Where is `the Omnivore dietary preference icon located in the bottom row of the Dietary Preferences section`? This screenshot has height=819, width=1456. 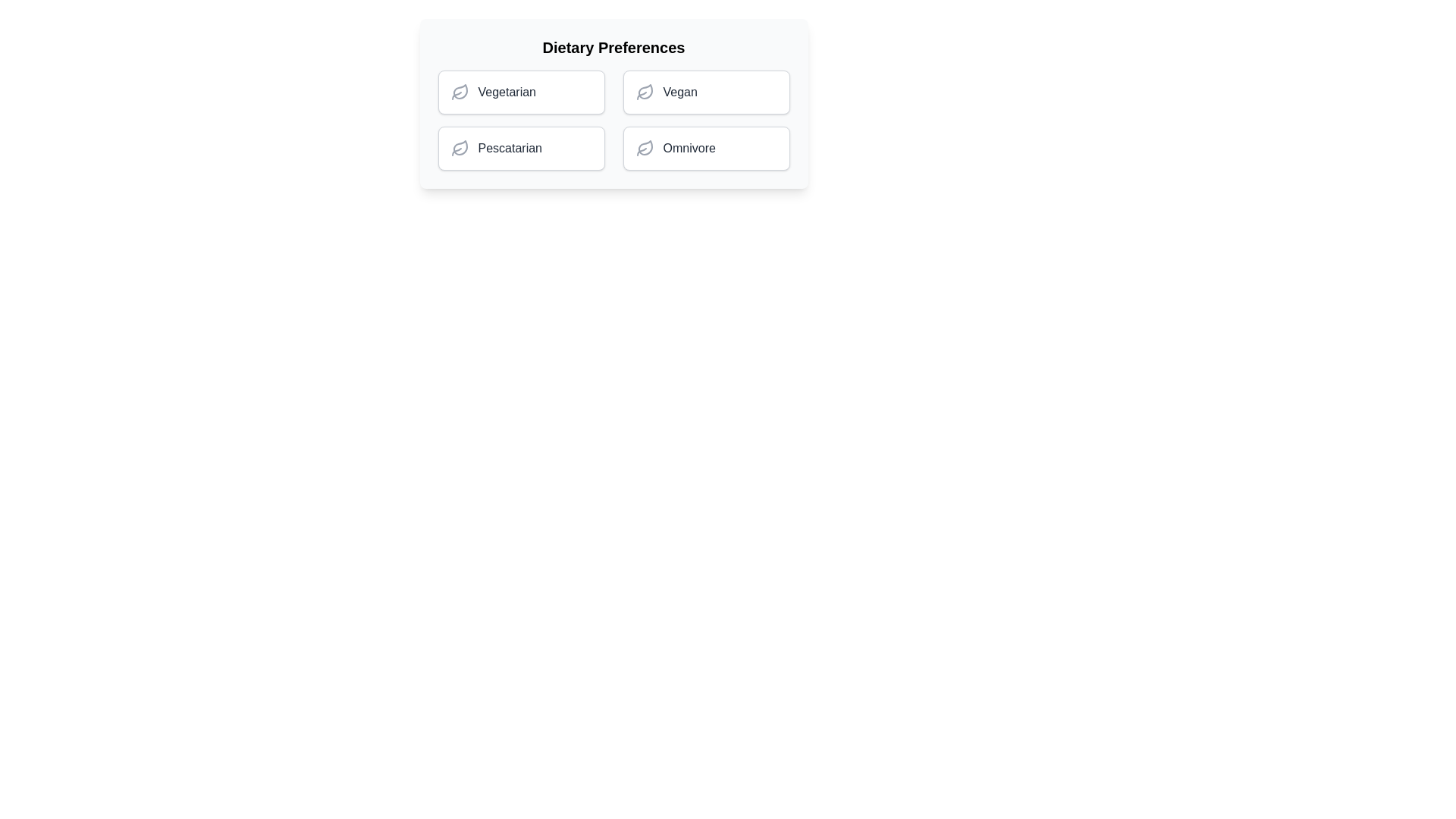 the Omnivore dietary preference icon located in the bottom row of the Dietary Preferences section is located at coordinates (645, 148).